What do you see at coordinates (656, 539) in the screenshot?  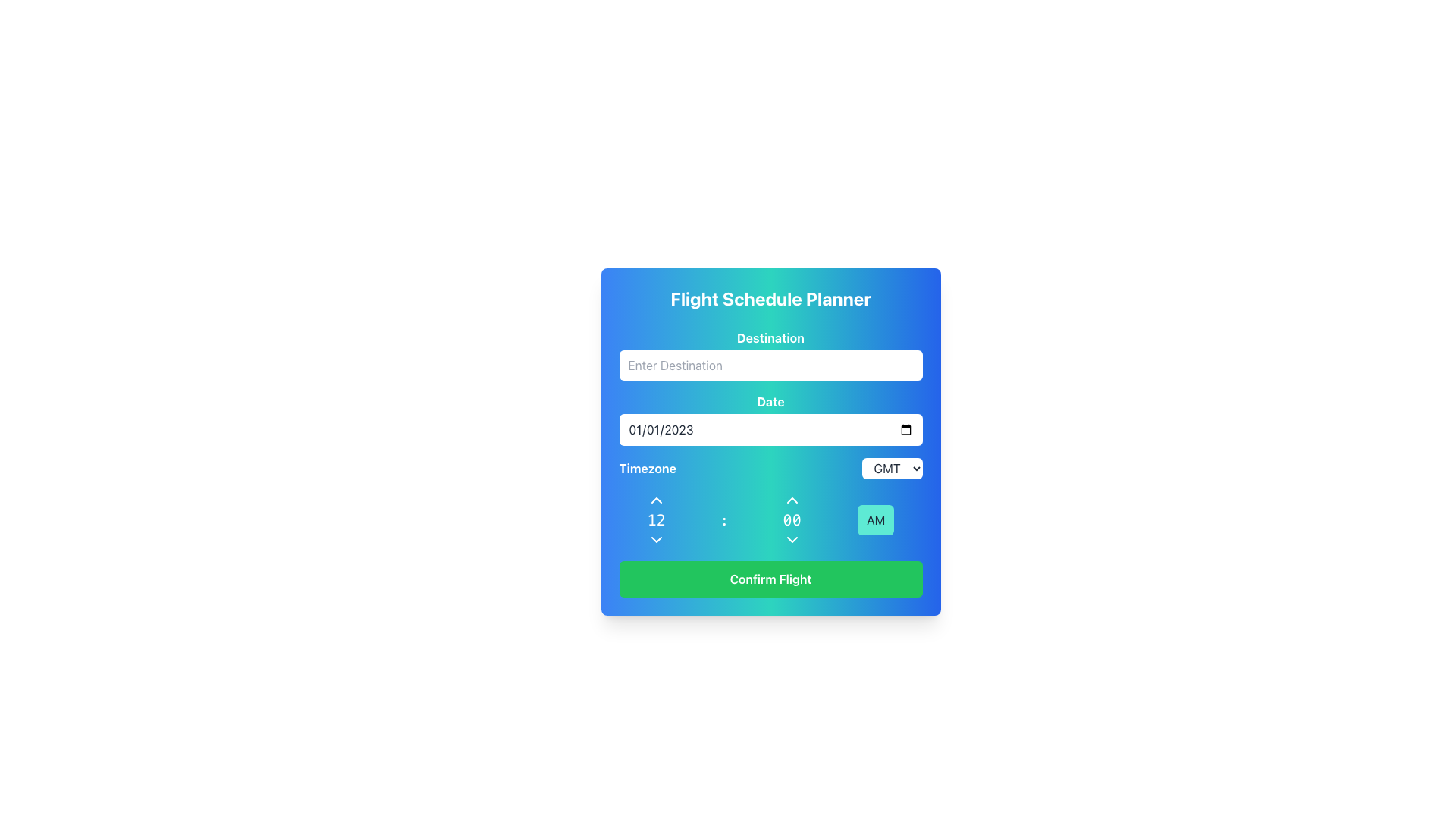 I see `the downward adjustment button for hour value in the time selector, which is located below the text '12'` at bounding box center [656, 539].